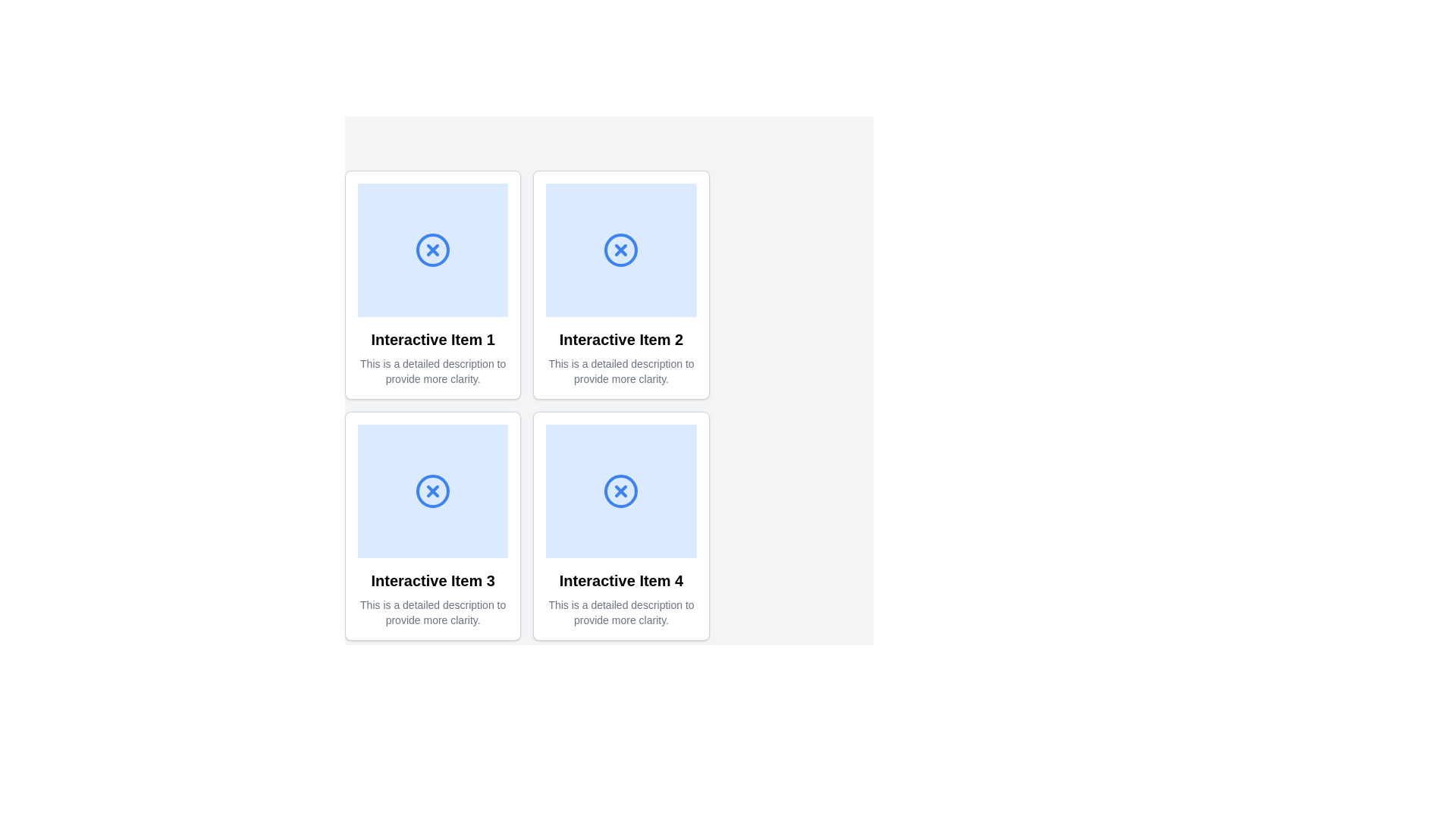  What do you see at coordinates (621, 491) in the screenshot?
I see `the circular icon featuring an 'X' mark within a light blue box, which is prominently located in the 'Interactive Item 4' grid card` at bounding box center [621, 491].